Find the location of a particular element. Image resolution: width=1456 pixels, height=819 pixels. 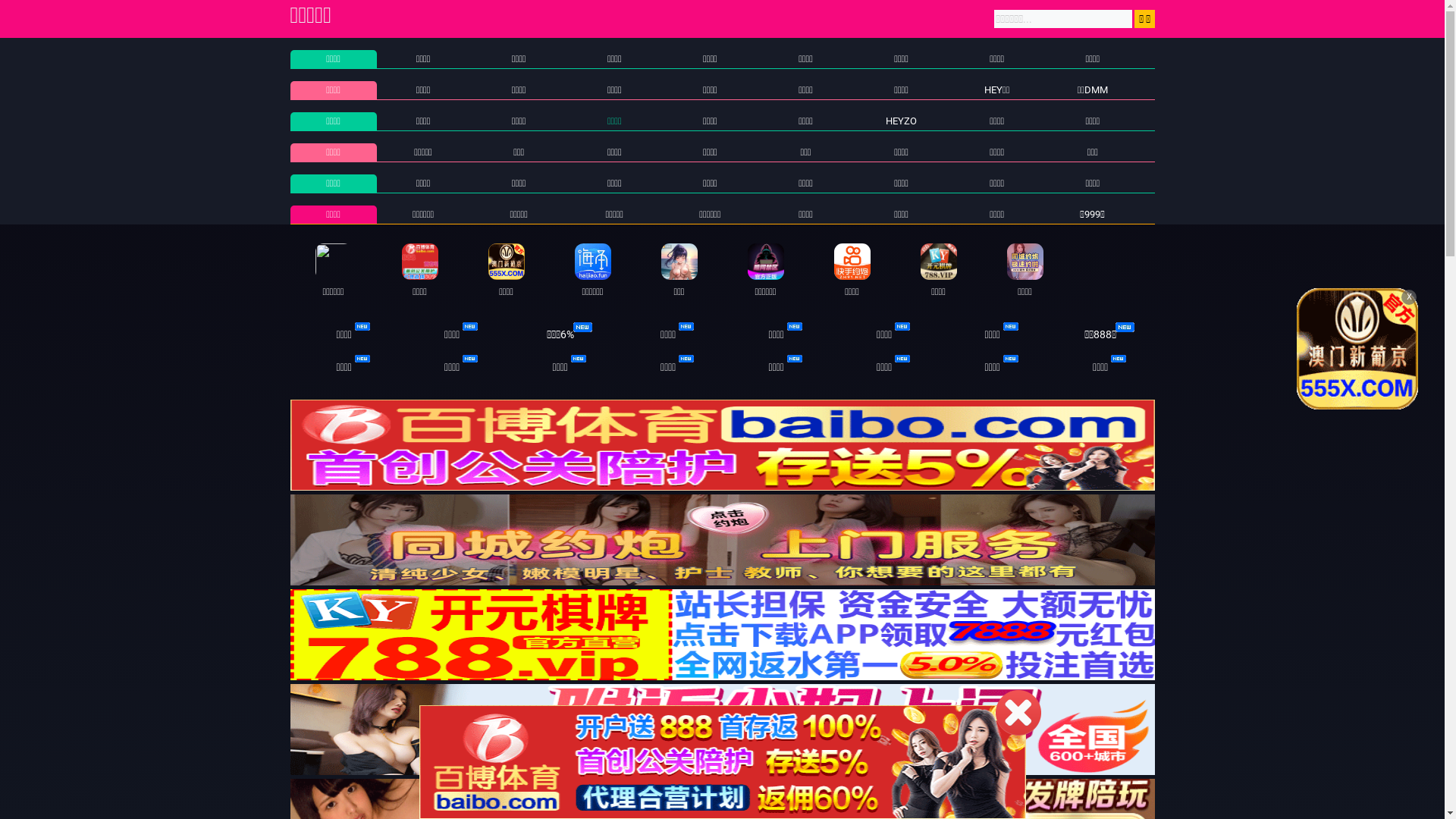

'HEYZO' is located at coordinates (901, 120).